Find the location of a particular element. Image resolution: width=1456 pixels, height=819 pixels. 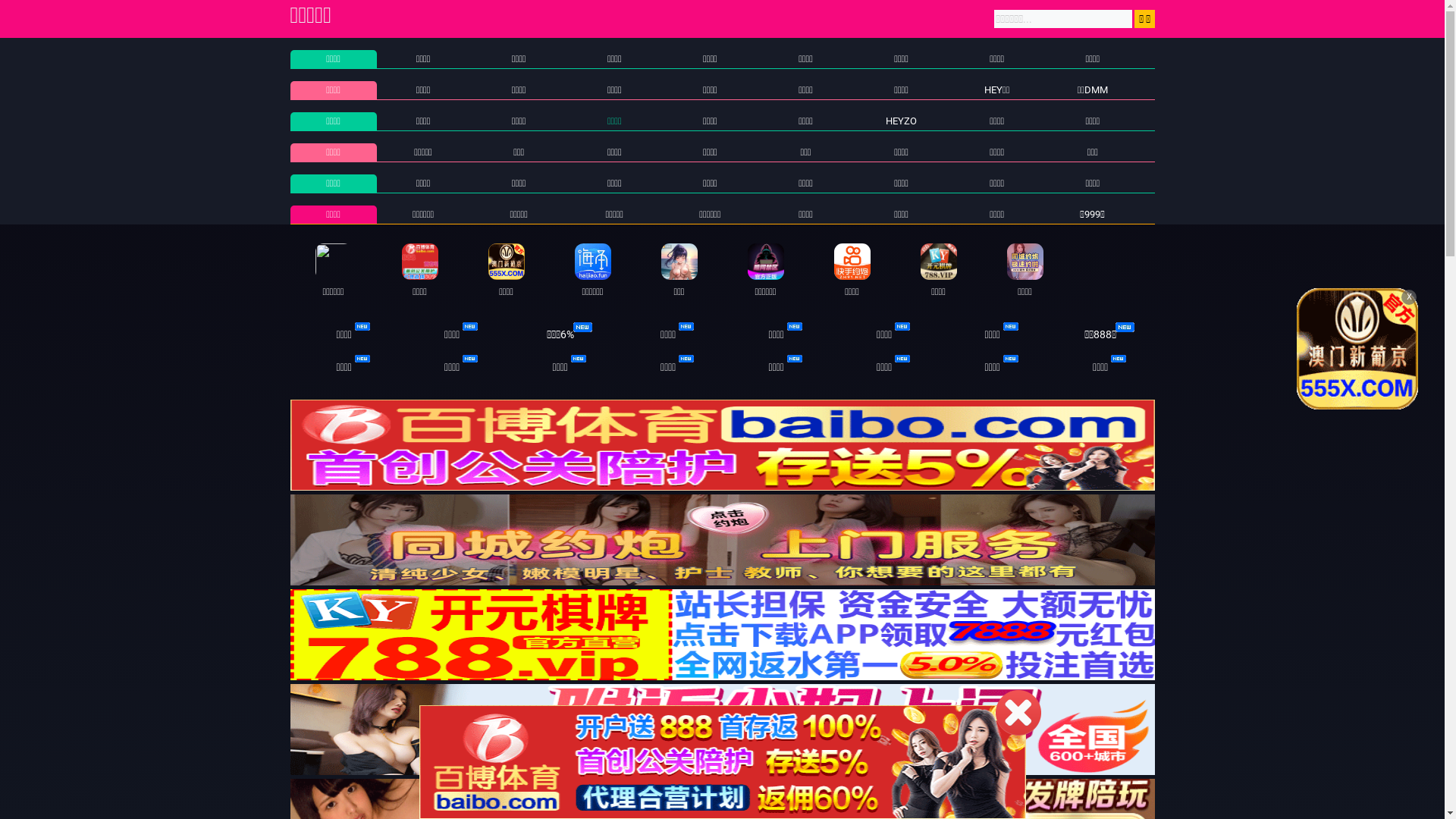

'HEYZO' is located at coordinates (901, 120).